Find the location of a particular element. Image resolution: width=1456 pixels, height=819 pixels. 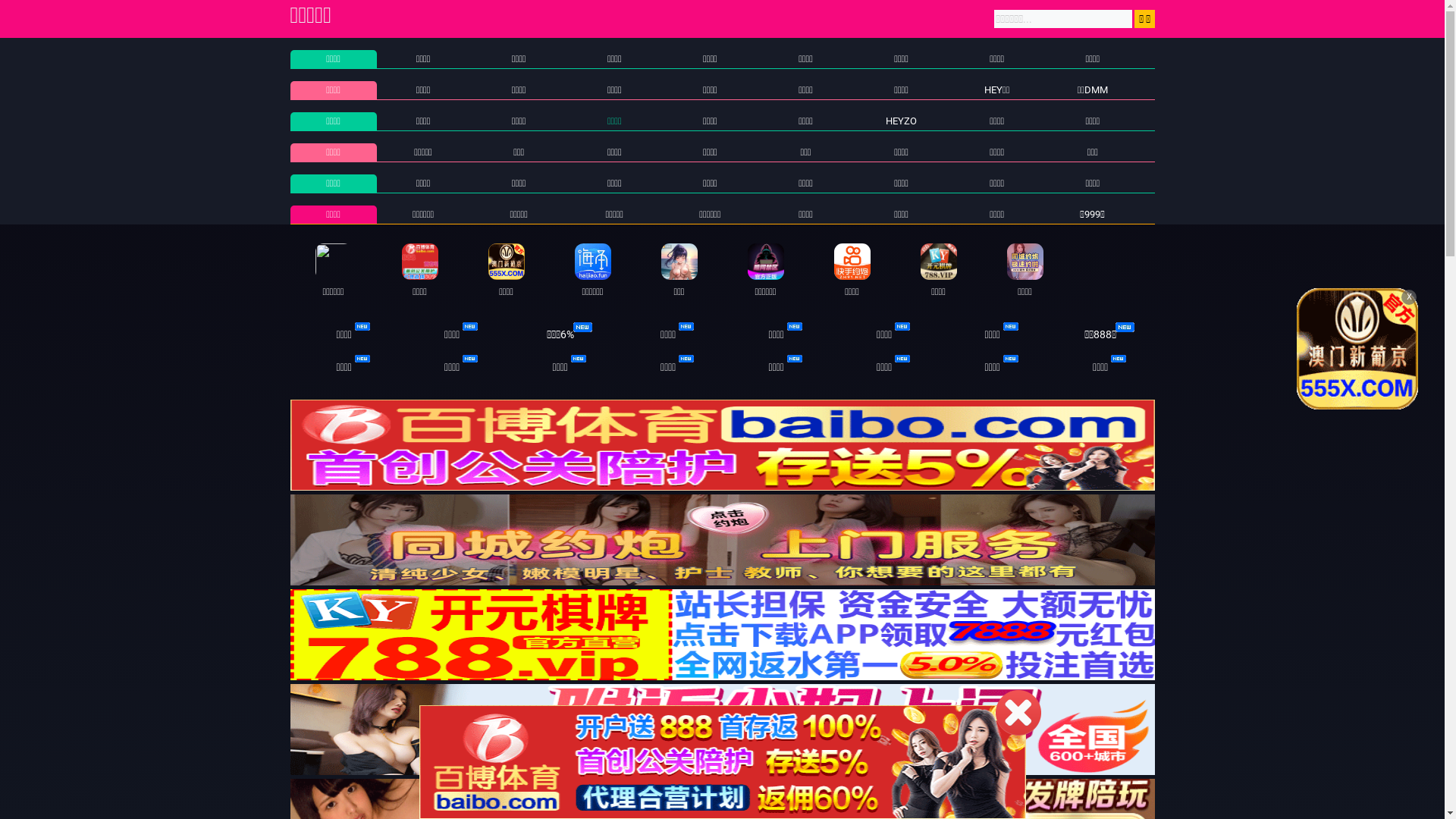

'HEYZO' is located at coordinates (901, 120).